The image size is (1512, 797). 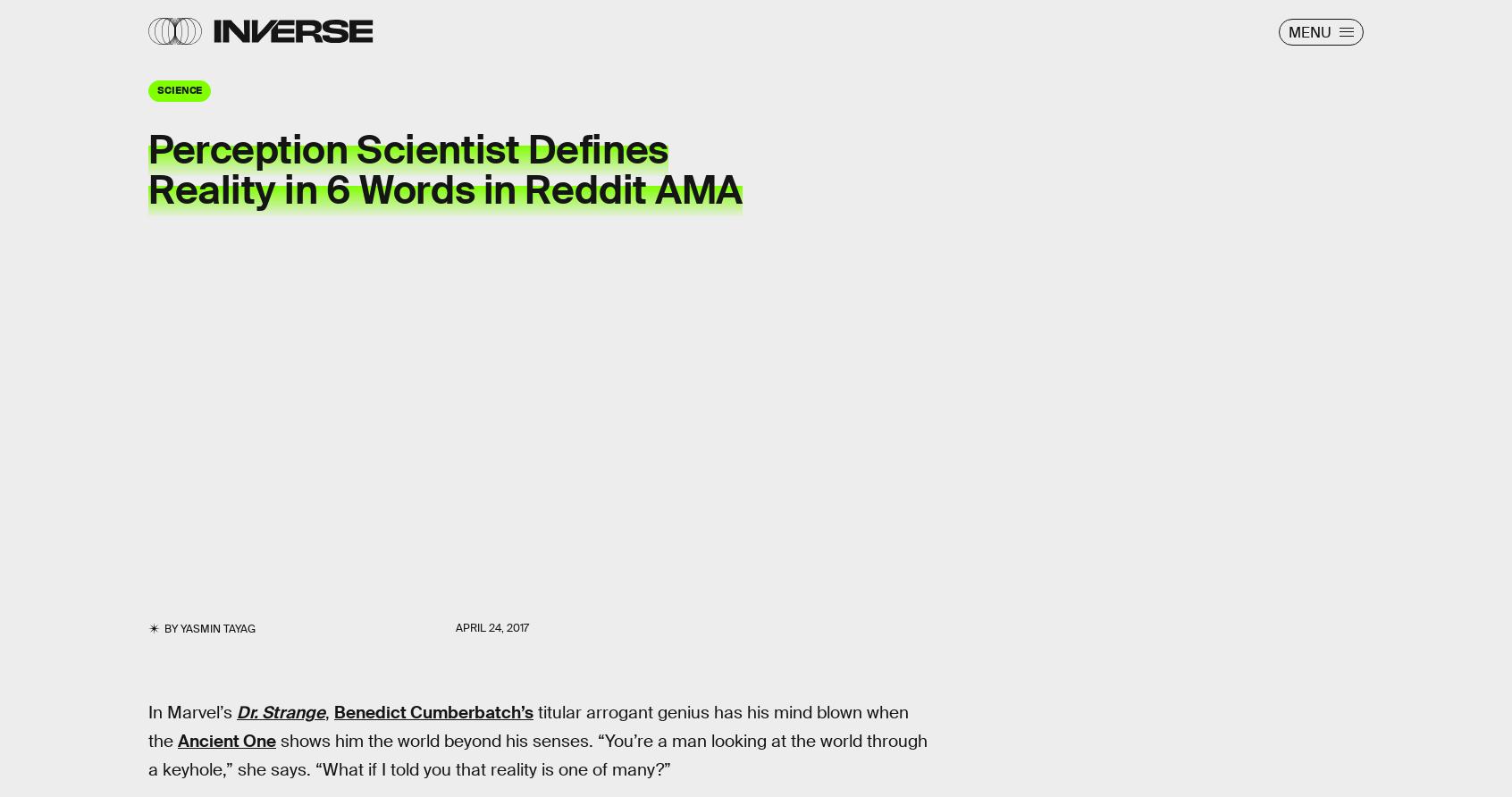 I want to click on 'Ancient One', so click(x=226, y=739).